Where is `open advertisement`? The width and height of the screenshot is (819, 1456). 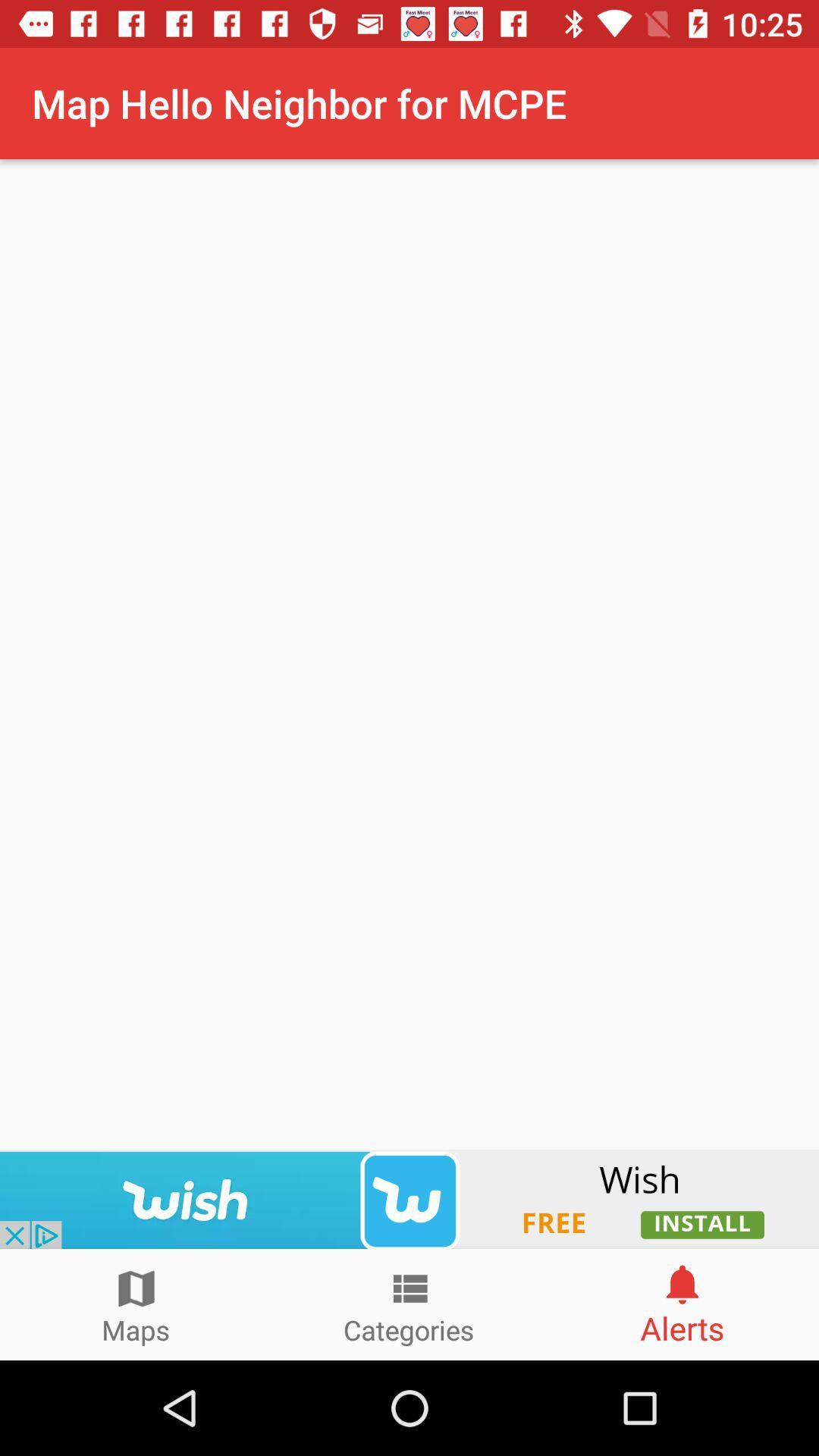 open advertisement is located at coordinates (409, 1198).